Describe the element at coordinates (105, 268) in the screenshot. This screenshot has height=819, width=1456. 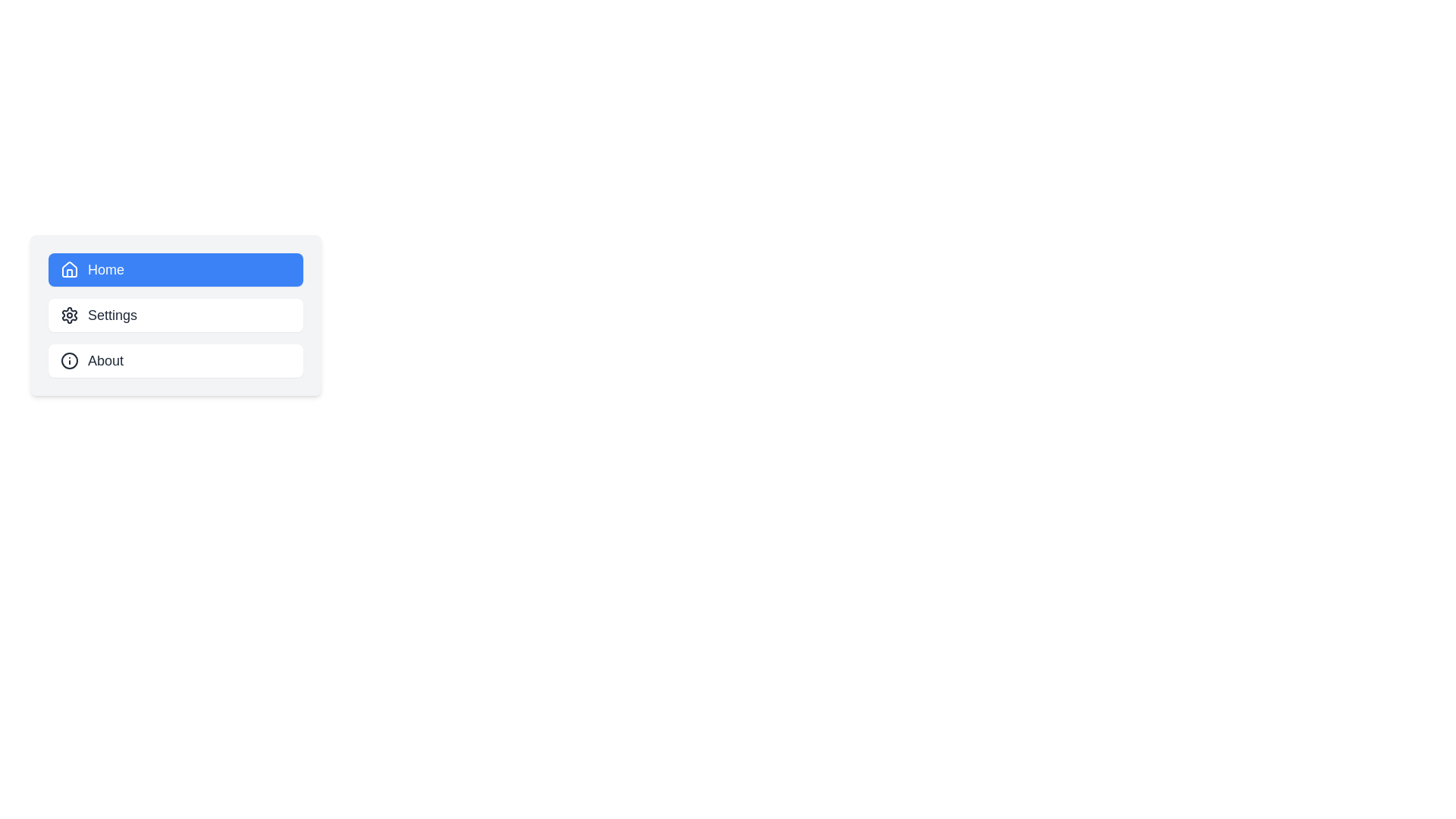
I see `the Text Label that serves as a navigation option for the main or home page, located to the right of the house icon in a vertical menu layout` at that location.